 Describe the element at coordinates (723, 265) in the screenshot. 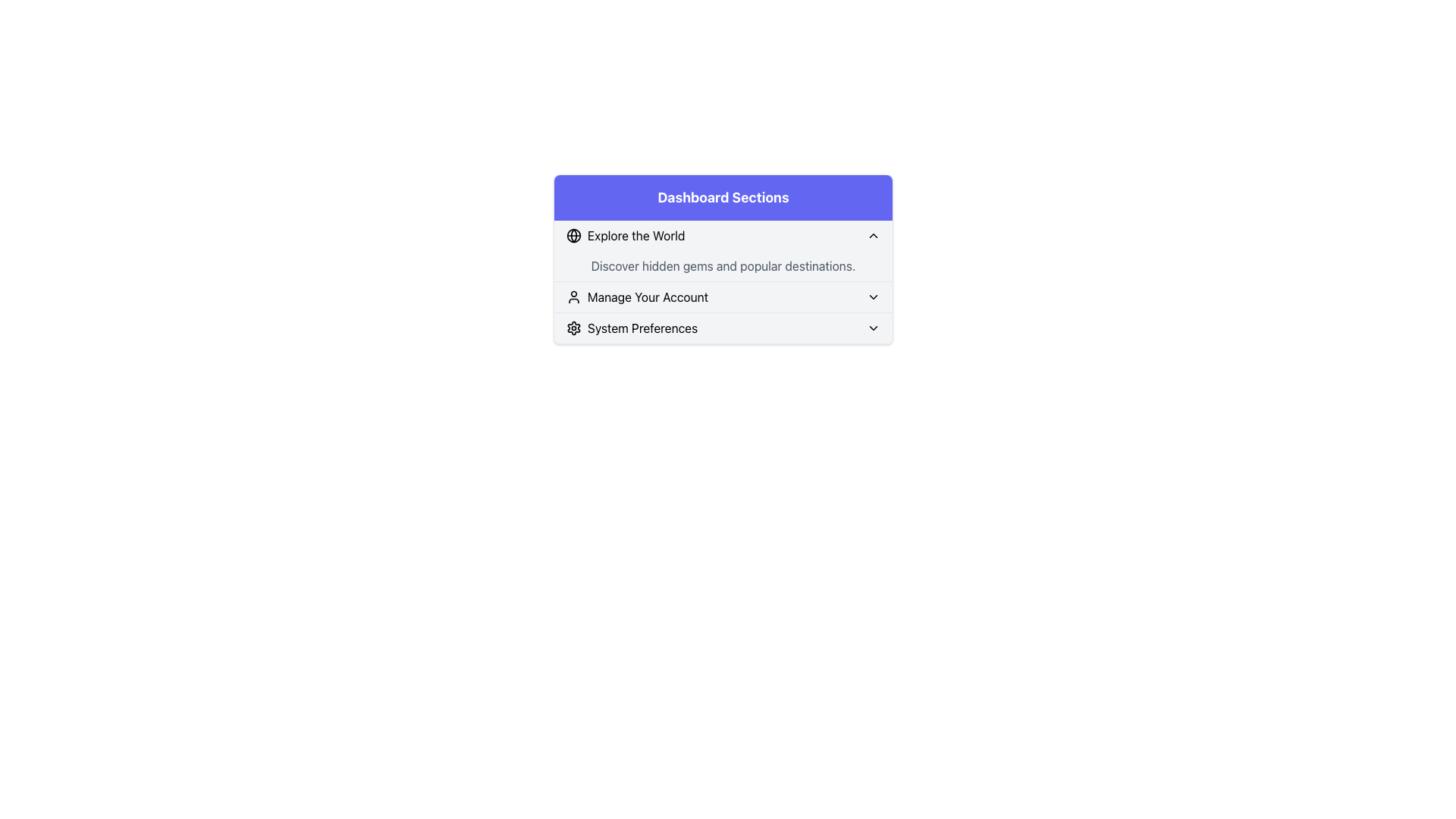

I see `the descriptive Text Label under the 'Explore the World' section on the Dashboard, which provides additional details about its contents` at that location.